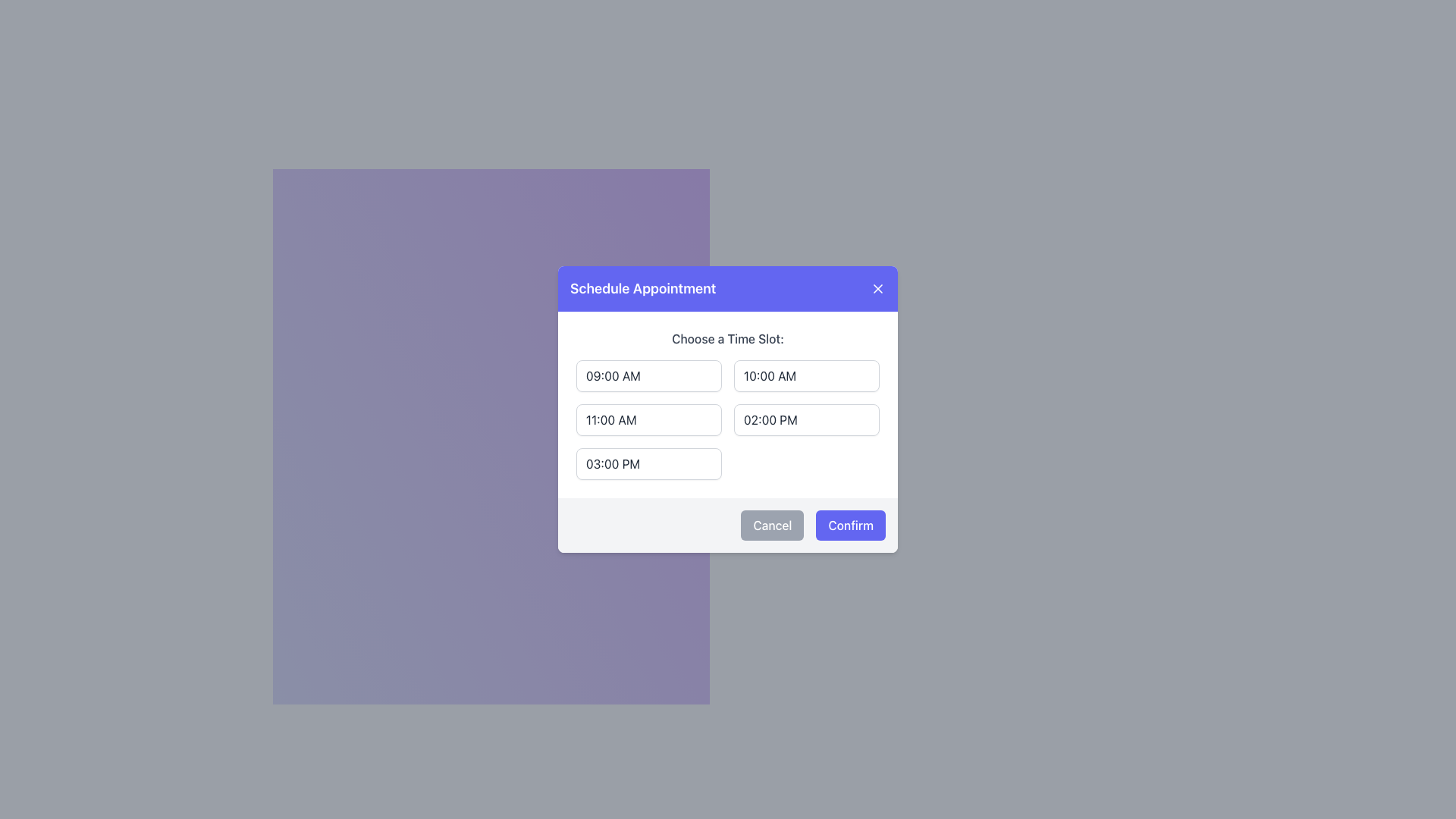 The image size is (1456, 819). I want to click on the button displaying '09:00 AM' in the 'Schedule Appointment' dialog, so click(648, 375).